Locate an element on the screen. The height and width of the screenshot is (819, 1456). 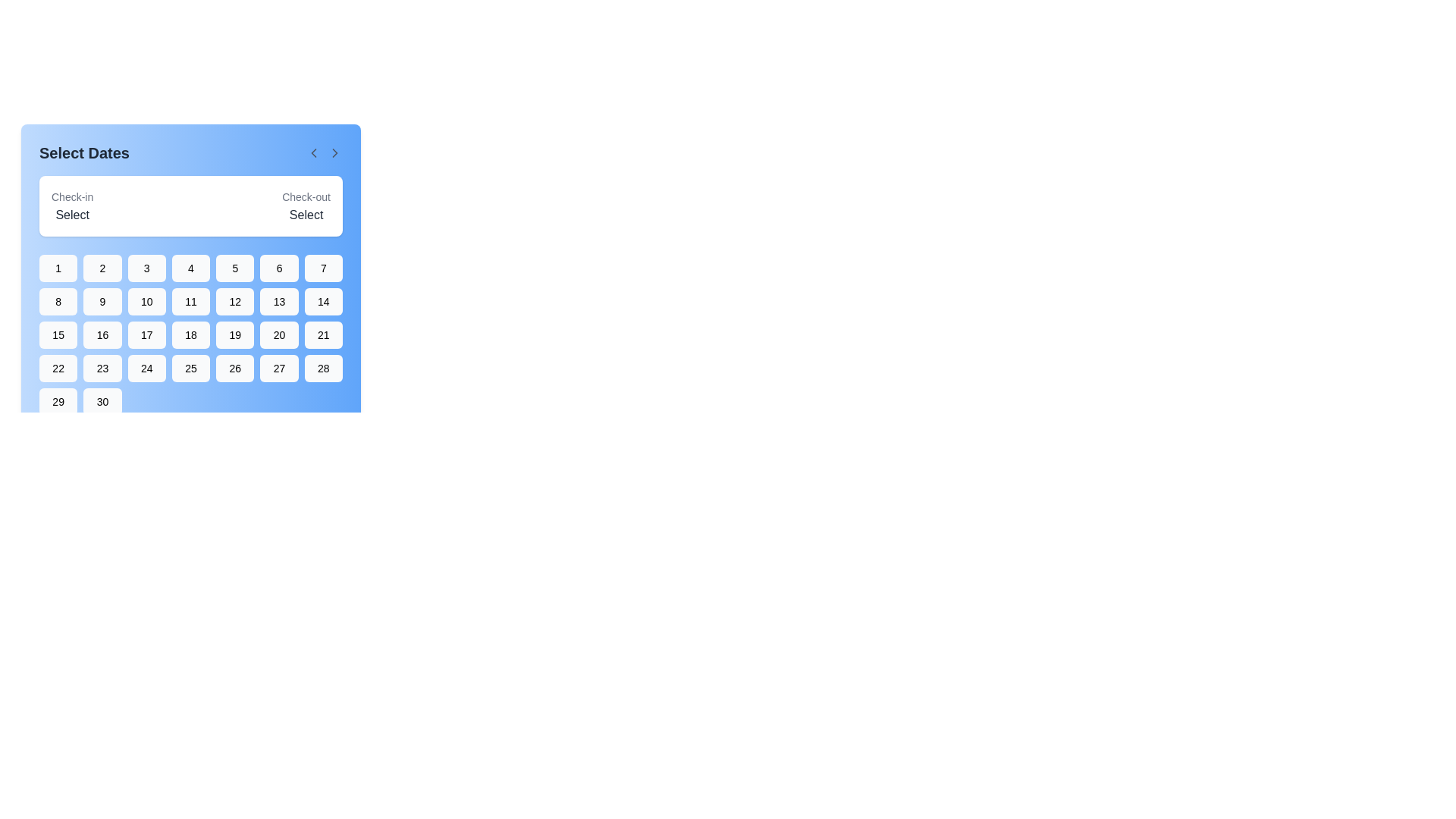
the square button with rounded corners labeled '25' in the calendar date selector is located at coordinates (190, 369).